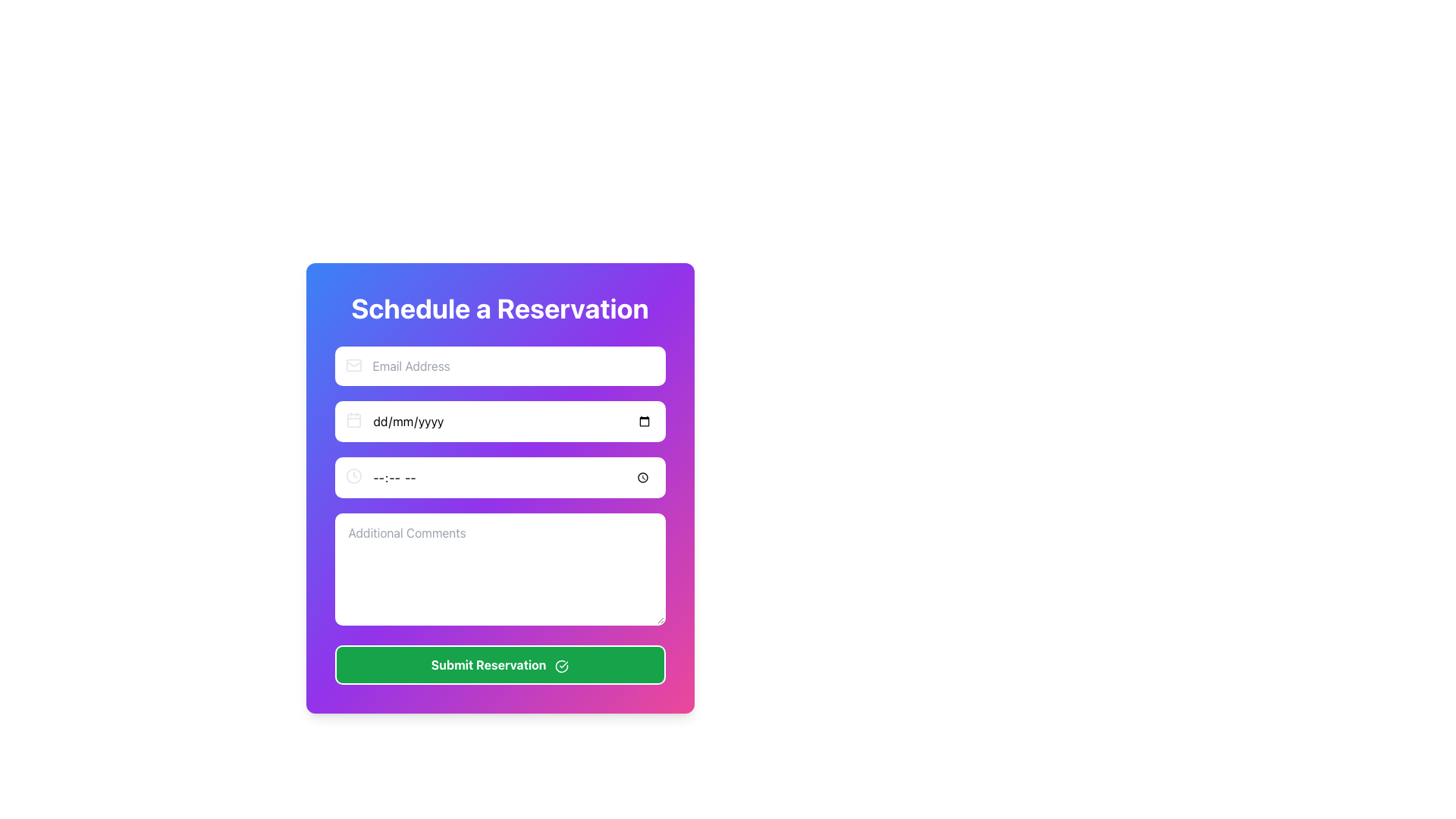 Image resolution: width=1456 pixels, height=819 pixels. What do you see at coordinates (500, 366) in the screenshot?
I see `the Email Address input field, which is the first interactive element in the 'Schedule a Reservation' form, to potentially display focus effects` at bounding box center [500, 366].